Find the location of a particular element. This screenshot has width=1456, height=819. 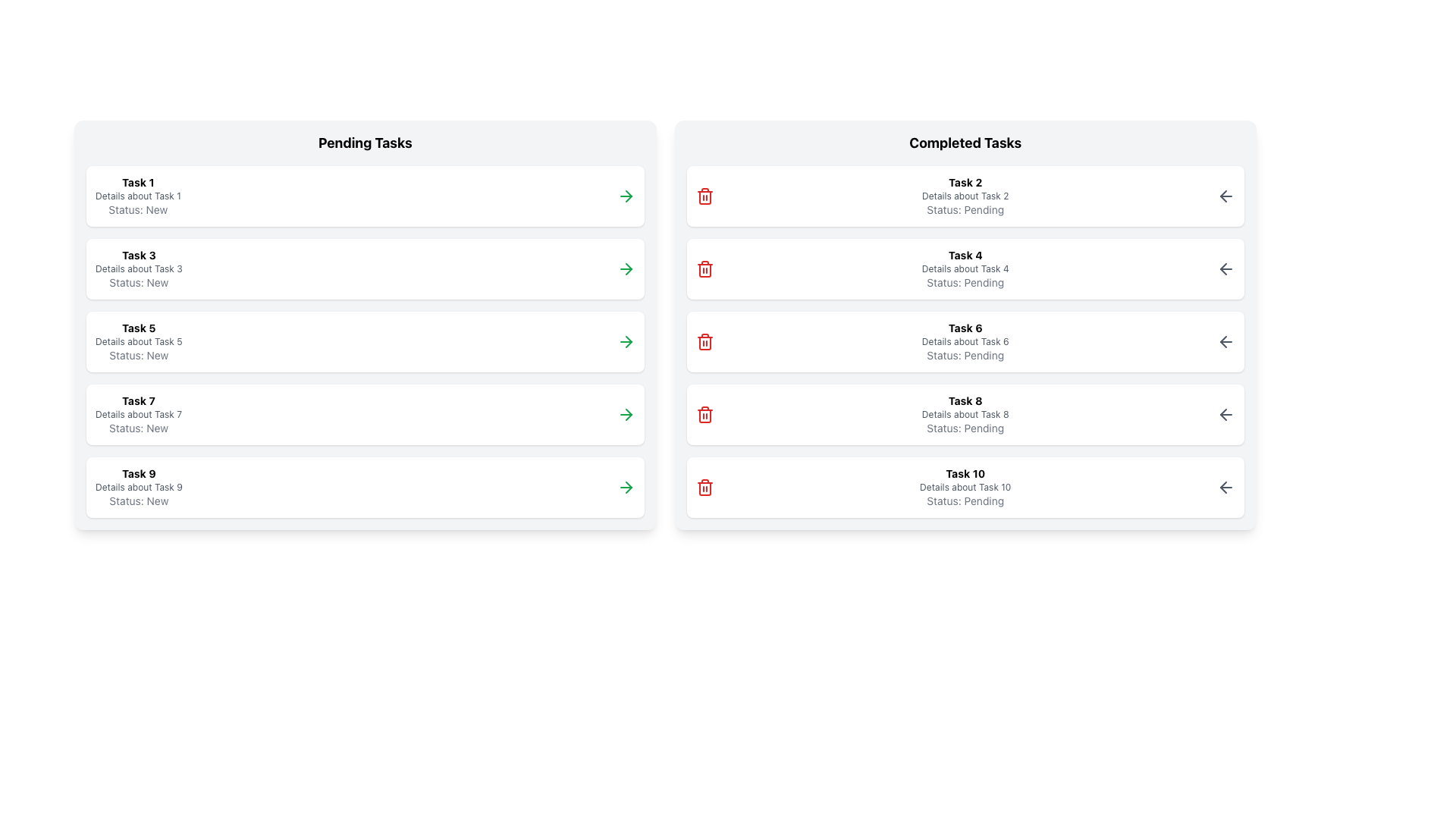

the trash bin icon located under the 'Completed Tasks' column next to 'Task 2' is located at coordinates (704, 416).